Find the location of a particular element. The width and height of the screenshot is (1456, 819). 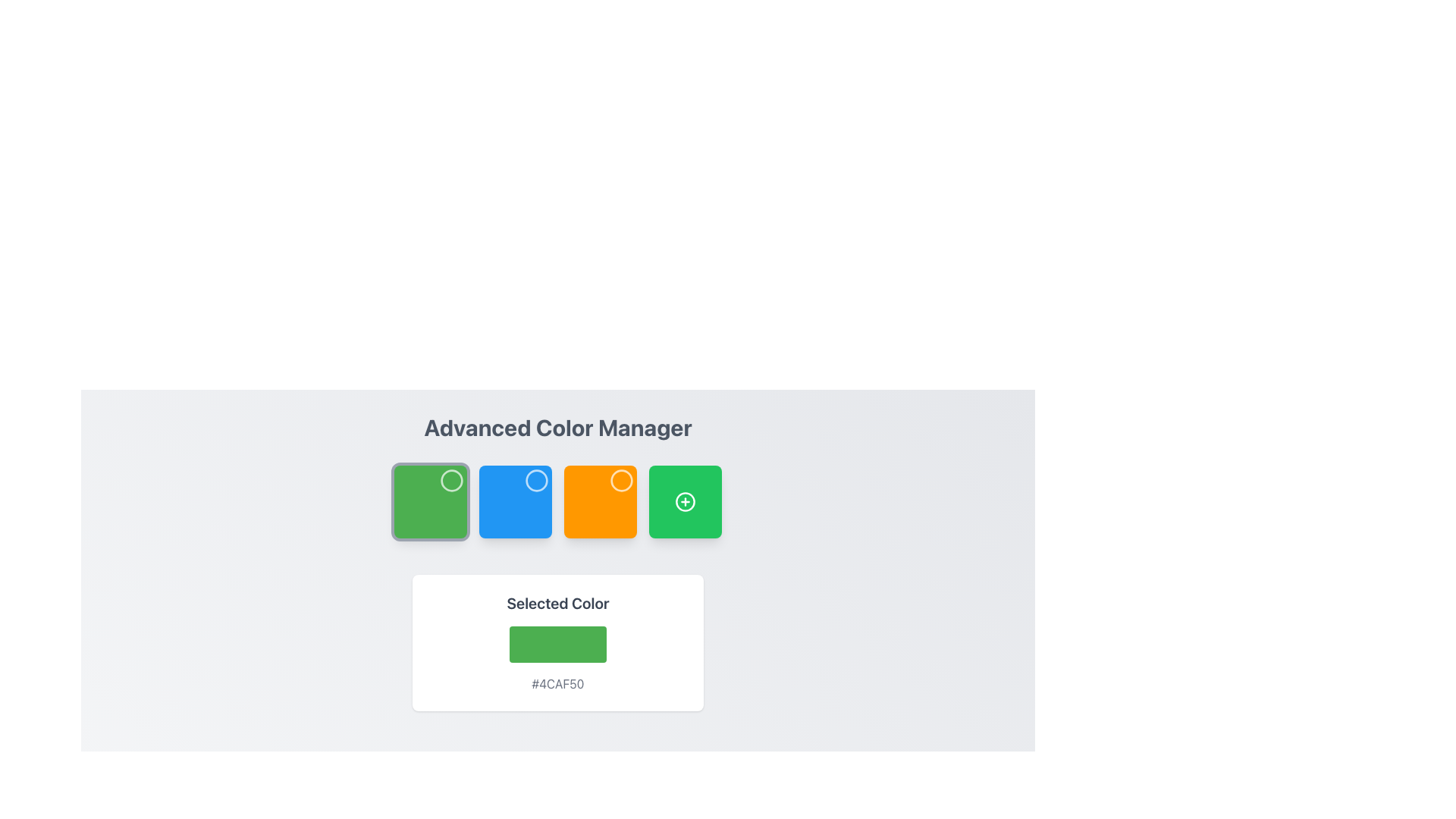

the blue circle with a white border located centrally within the blue square, which is the second square in a horizontal row of four squares, under the header 'Advanced Color Manager' is located at coordinates (537, 480).